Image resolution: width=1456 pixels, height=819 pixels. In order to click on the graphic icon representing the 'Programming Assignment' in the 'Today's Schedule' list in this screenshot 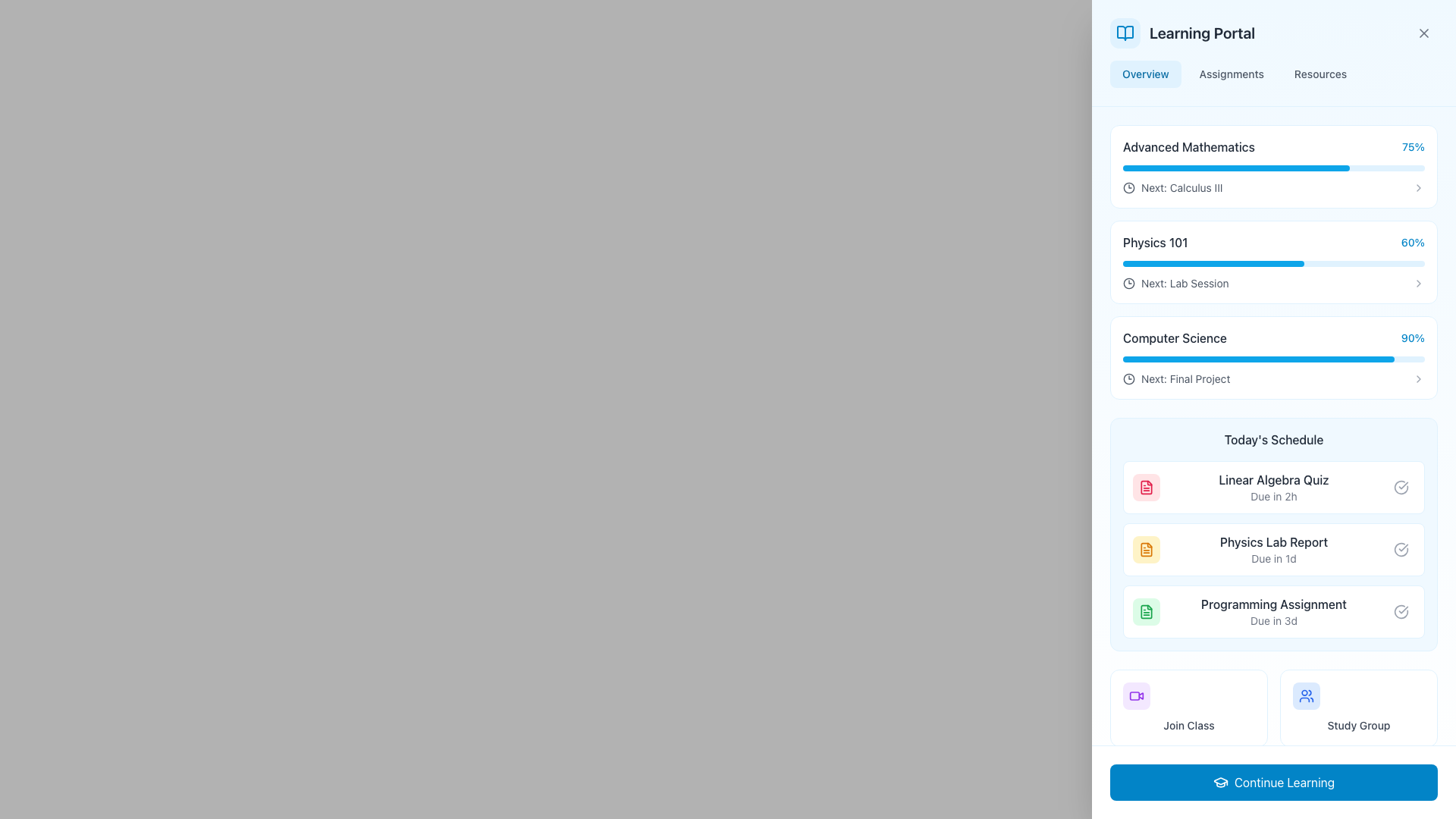, I will do `click(1147, 610)`.